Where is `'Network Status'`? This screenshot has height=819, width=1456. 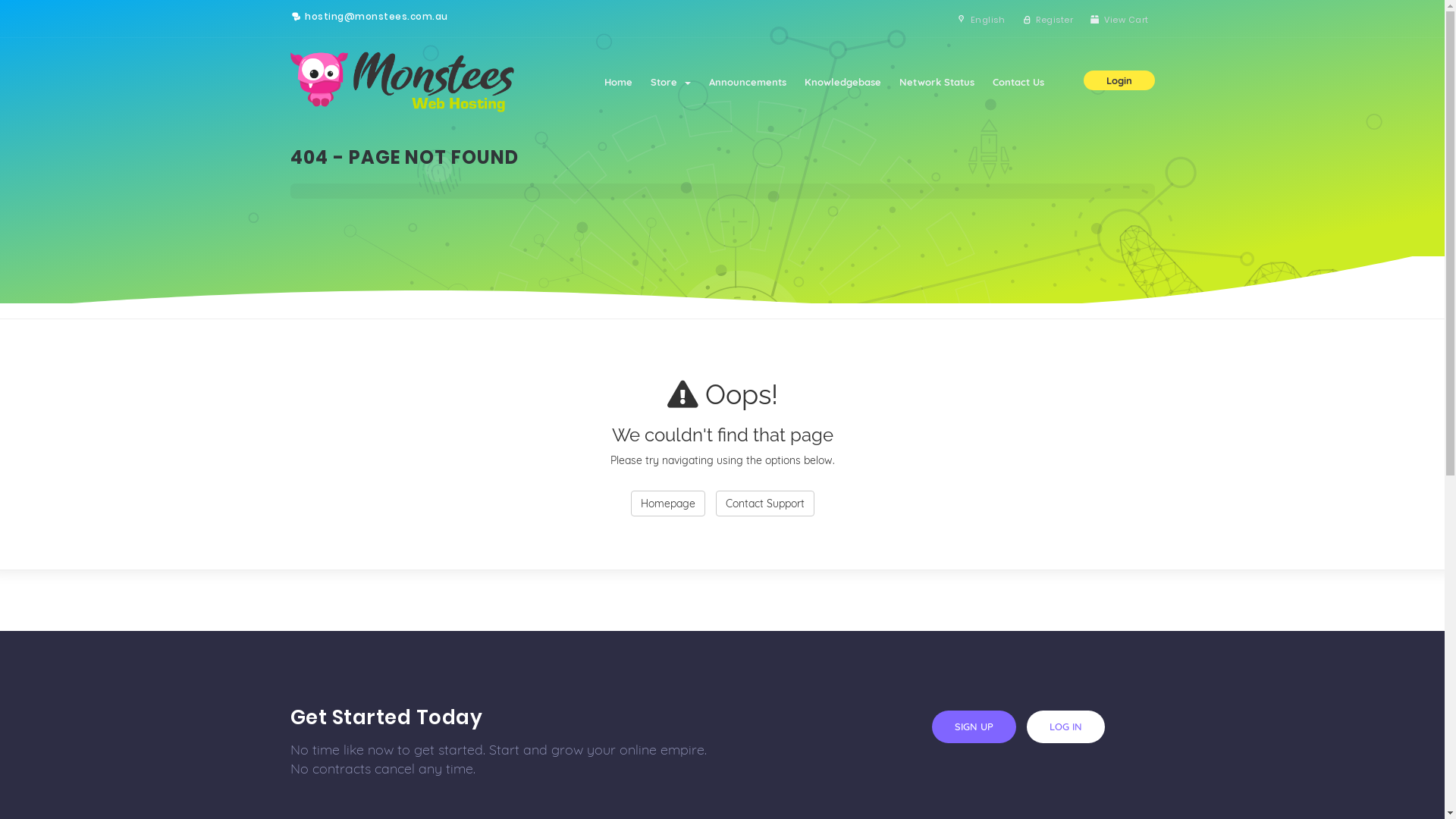
'Network Status' is located at coordinates (936, 82).